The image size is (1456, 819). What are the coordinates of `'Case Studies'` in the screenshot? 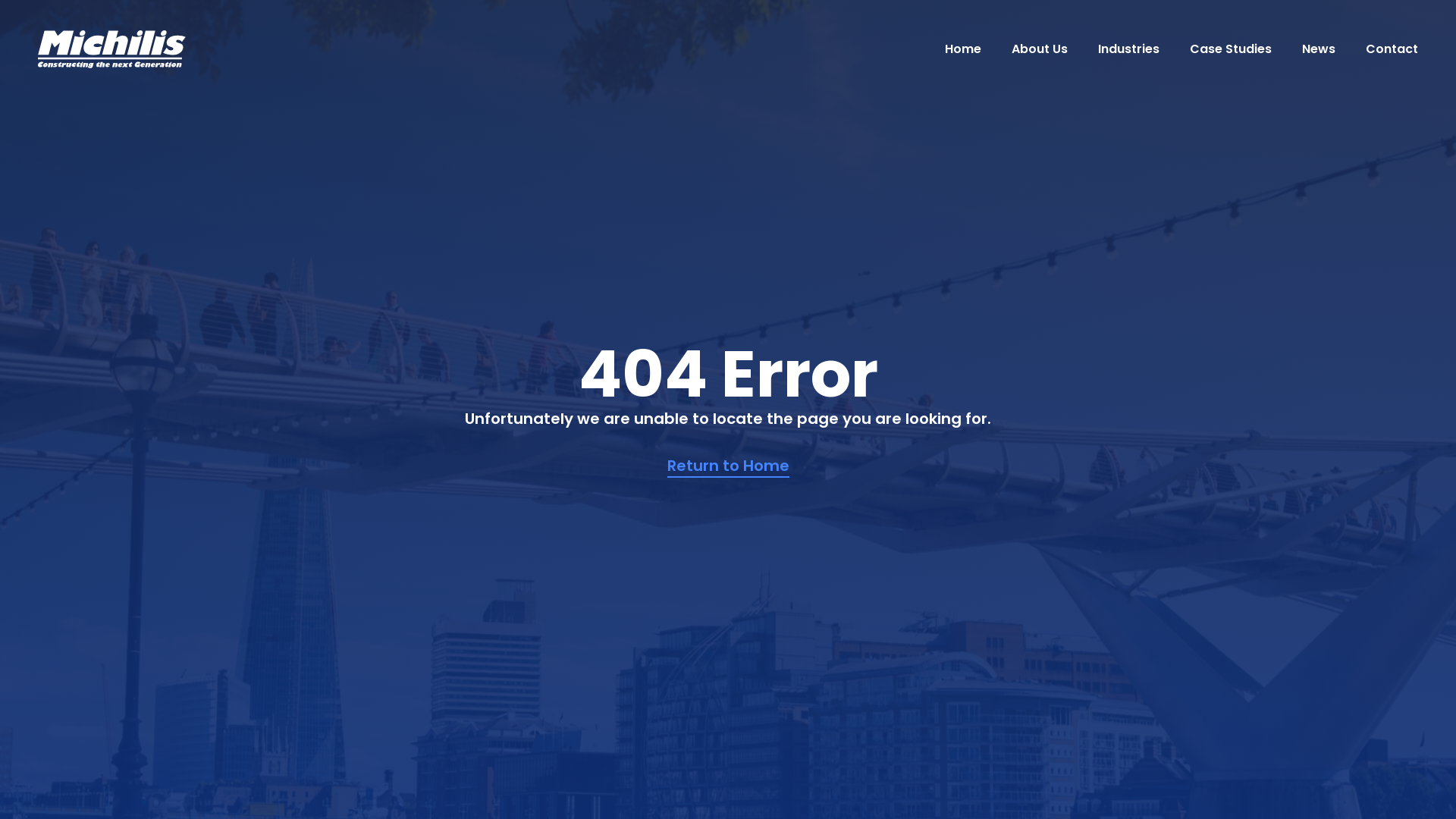 It's located at (1230, 48).